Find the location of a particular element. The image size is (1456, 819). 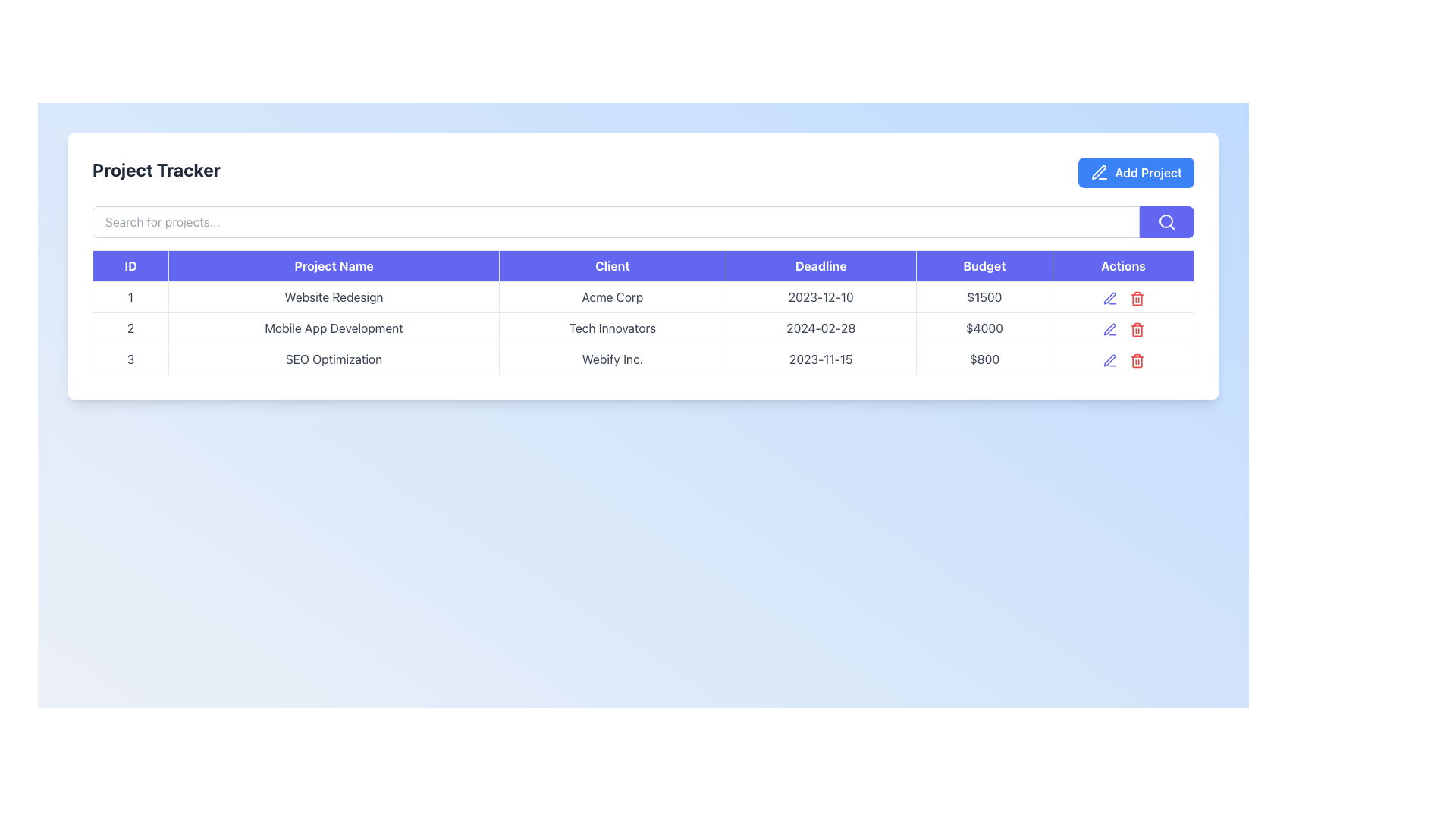

the table cell displaying the date '2023-11-15' in the 'Deadline' column of the last row is located at coordinates (820, 359).